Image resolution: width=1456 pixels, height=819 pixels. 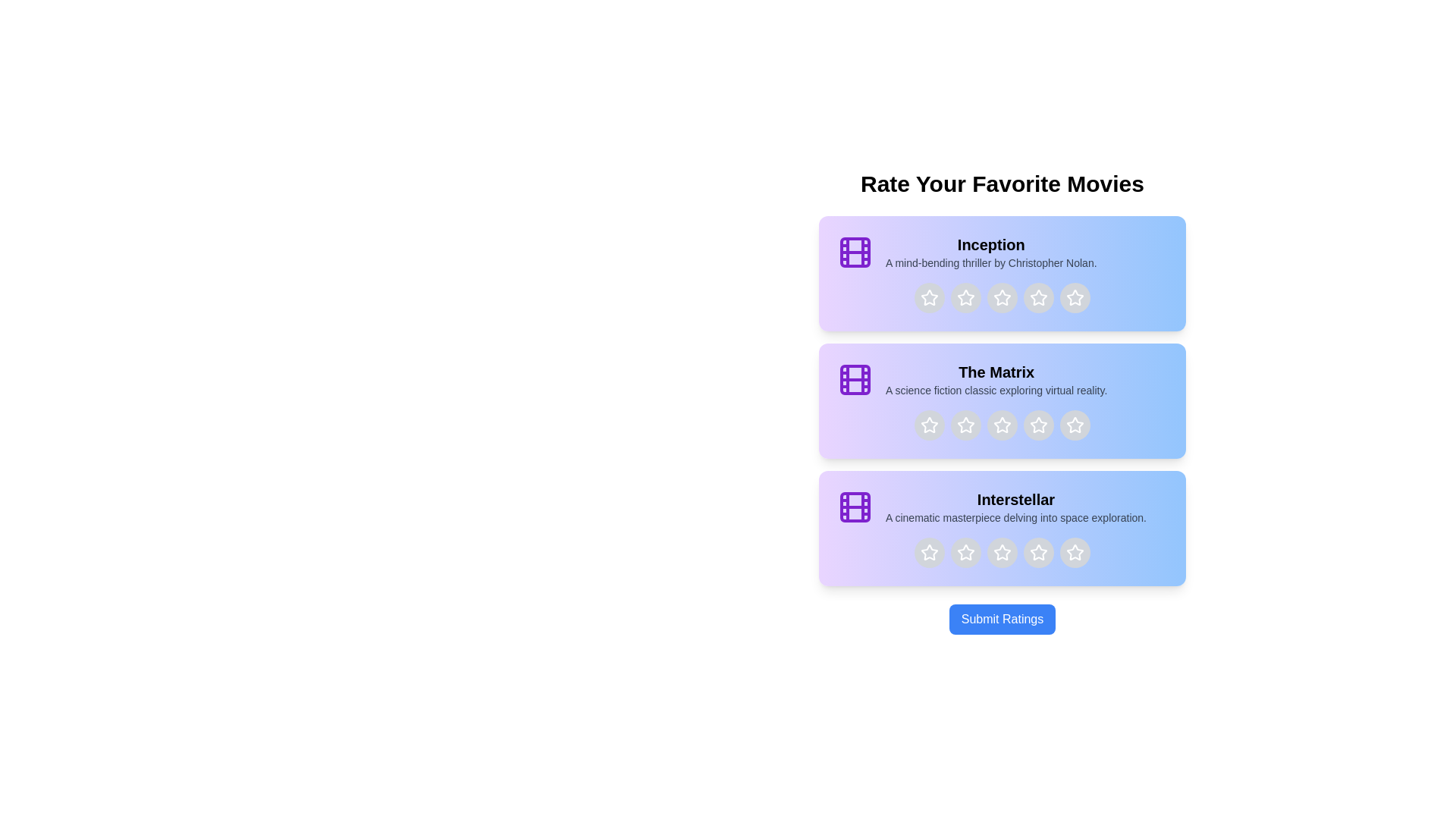 What do you see at coordinates (1002, 425) in the screenshot?
I see `the star corresponding to 3 stars for the movie titled The Matrix` at bounding box center [1002, 425].